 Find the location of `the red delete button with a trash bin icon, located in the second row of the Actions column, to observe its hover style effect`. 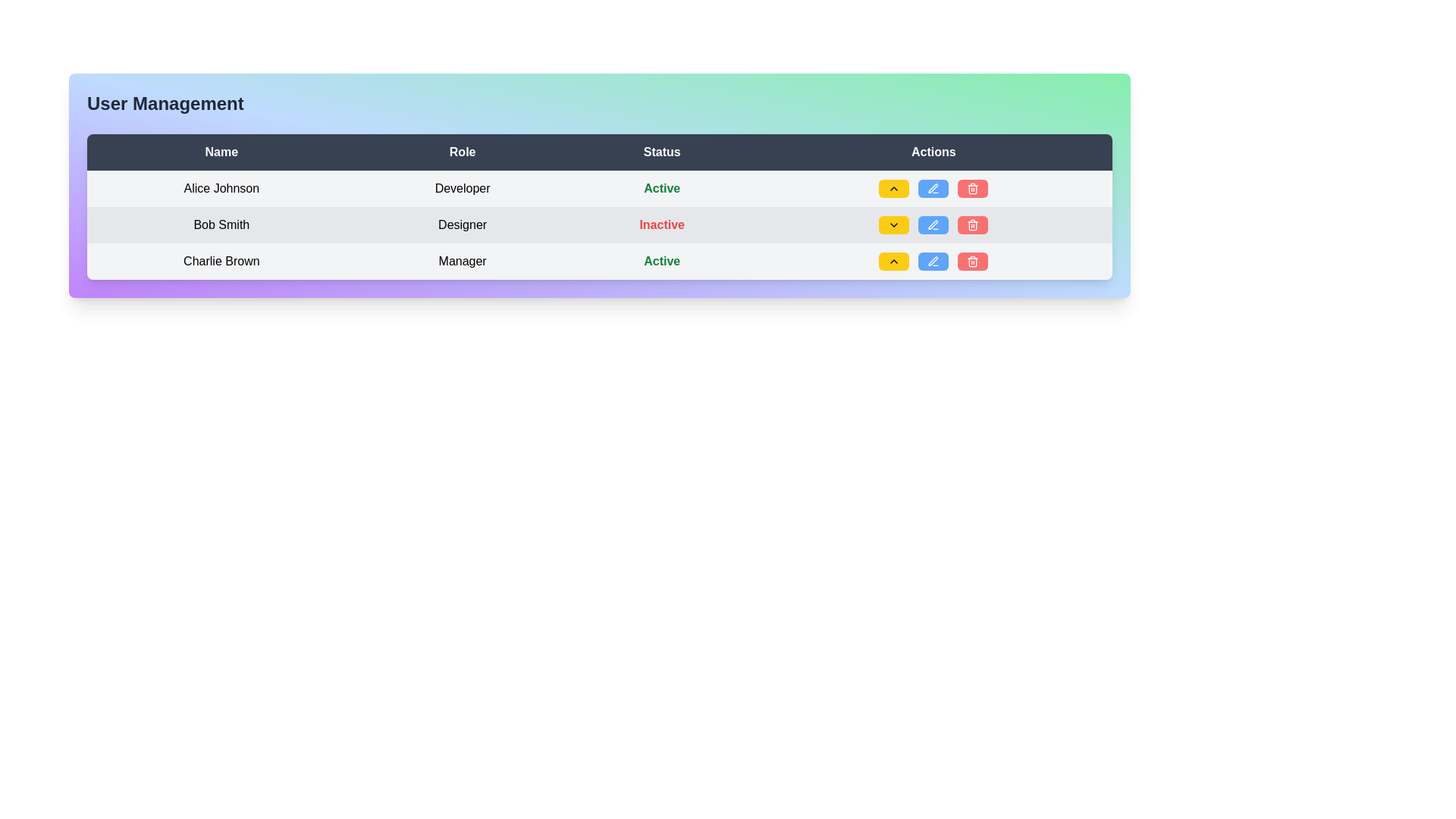

the red delete button with a trash bin icon, located in the second row of the Actions column, to observe its hover style effect is located at coordinates (973, 225).